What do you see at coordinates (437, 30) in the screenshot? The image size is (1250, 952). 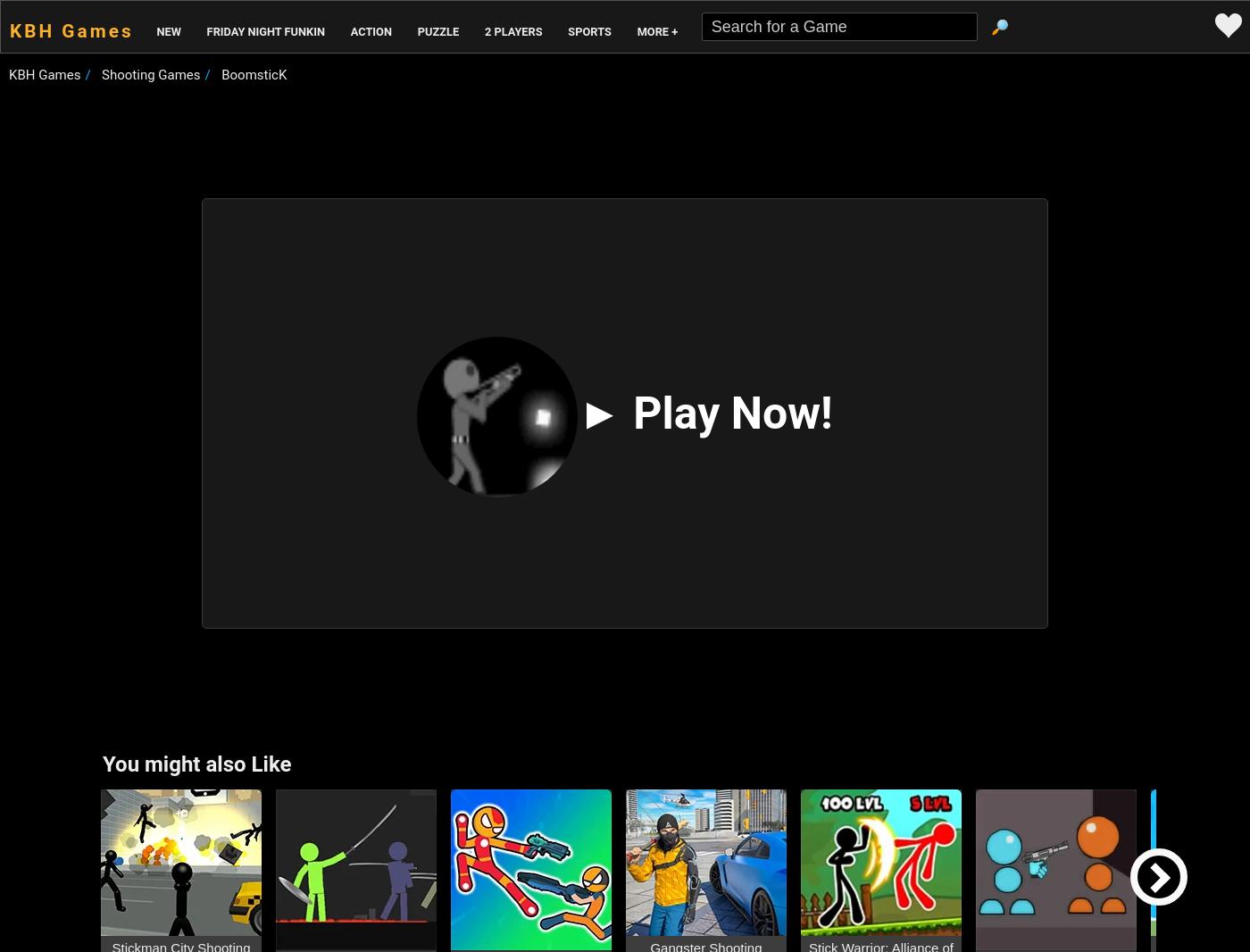 I see `'Puzzle'` at bounding box center [437, 30].